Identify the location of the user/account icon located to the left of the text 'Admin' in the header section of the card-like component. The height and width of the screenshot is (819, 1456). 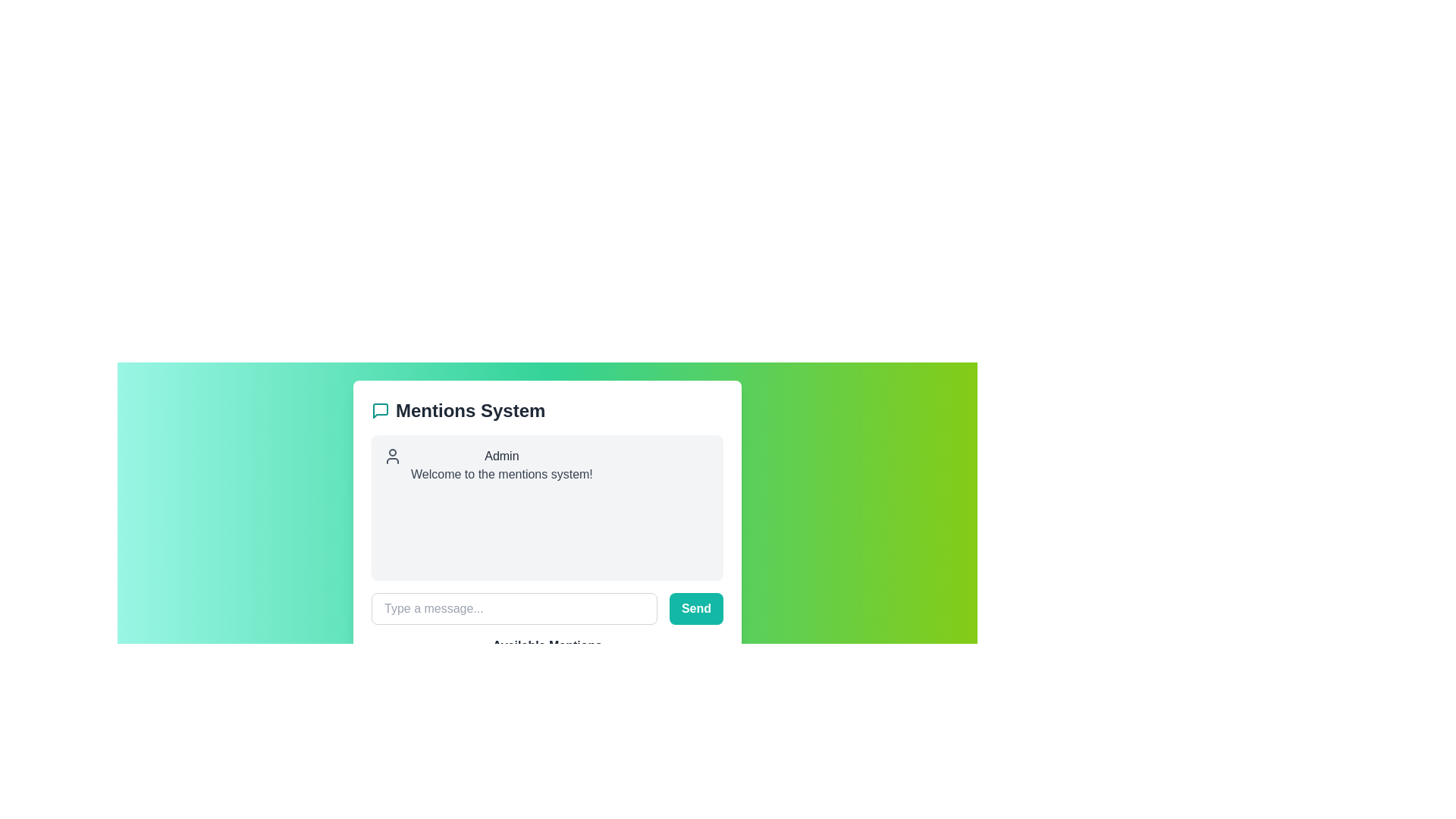
(393, 455).